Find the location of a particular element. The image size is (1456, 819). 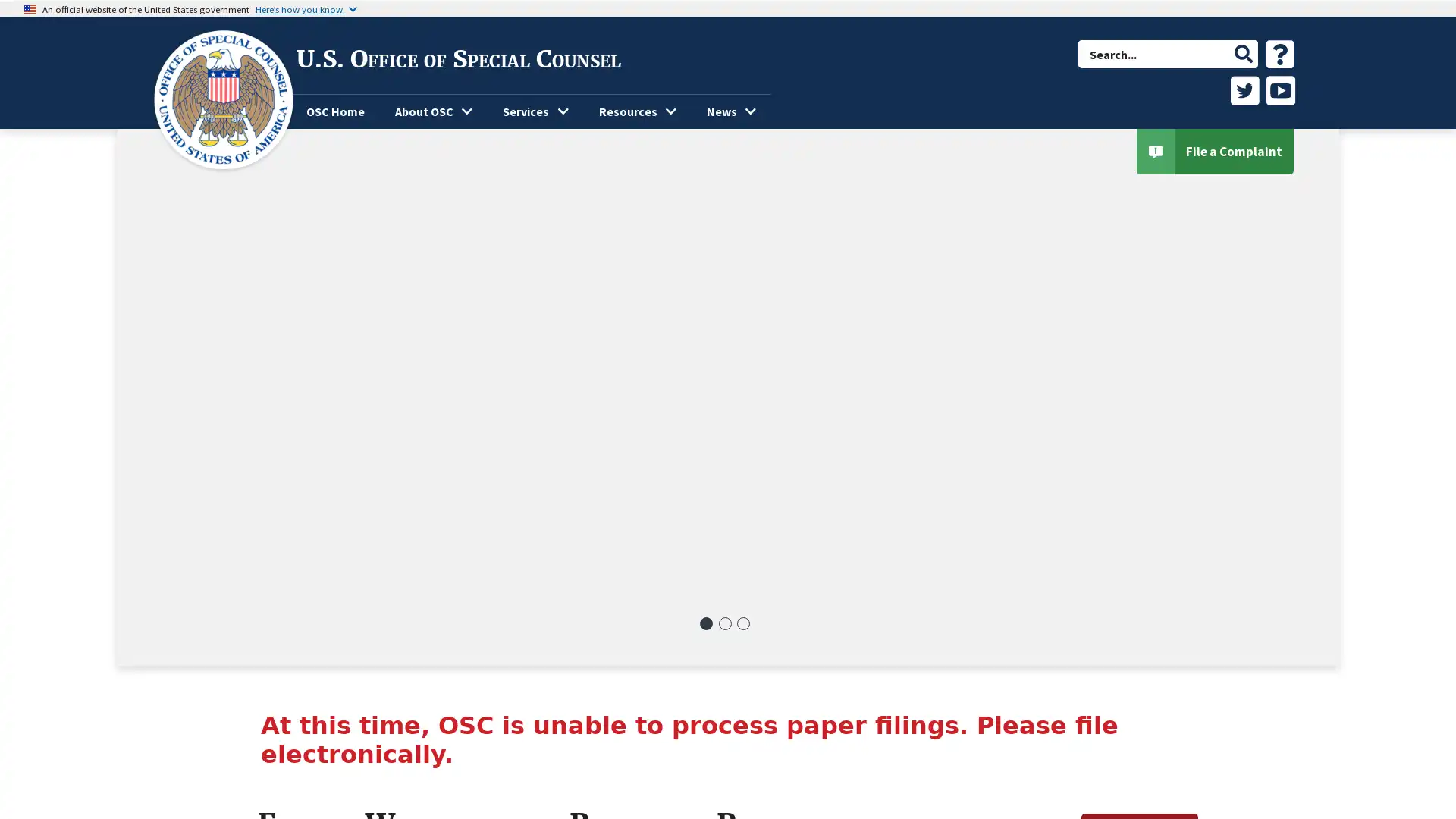

Heres how you know is located at coordinates (305, 8).